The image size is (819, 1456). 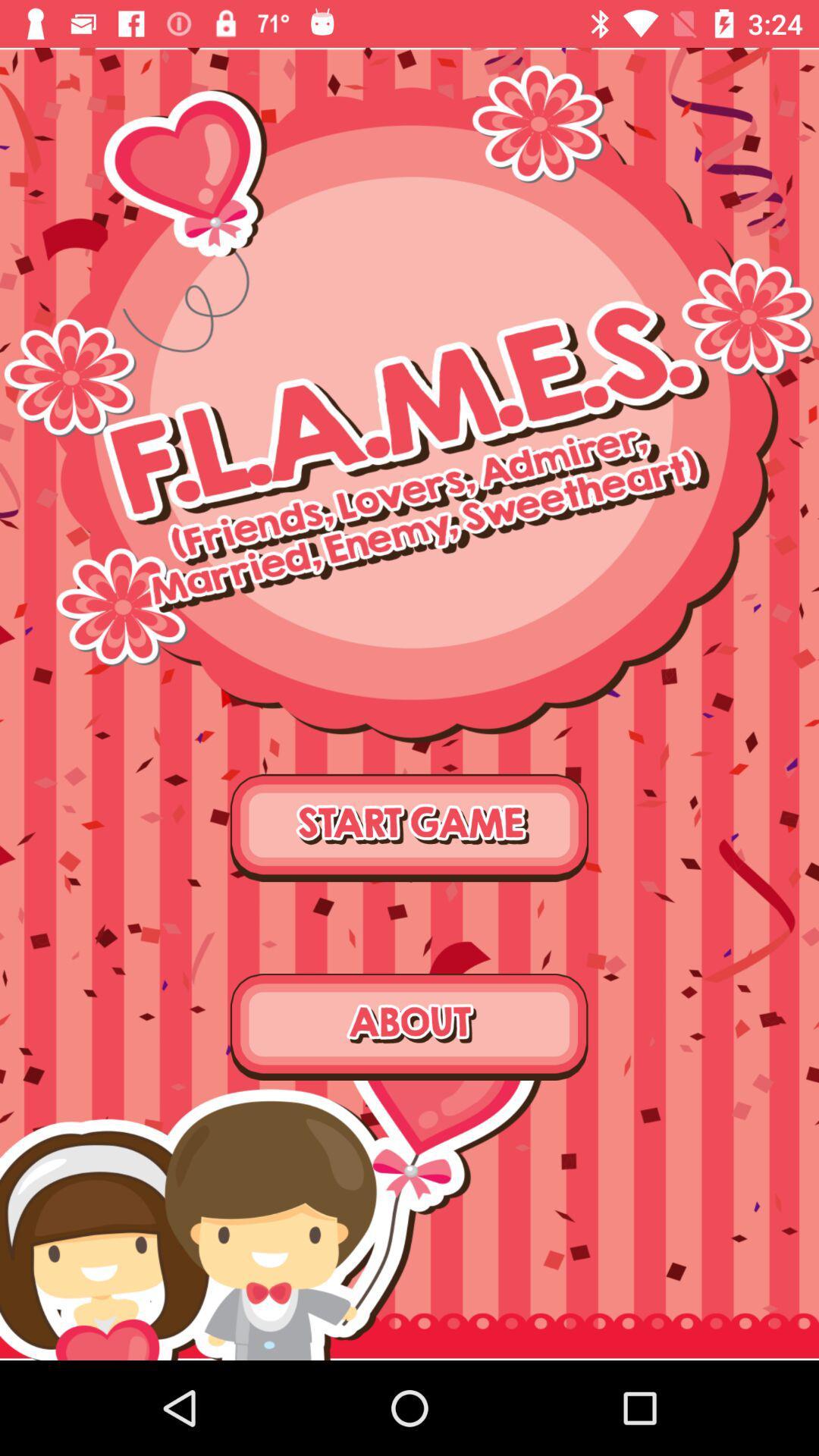 I want to click on get info about app, so click(x=409, y=1027).